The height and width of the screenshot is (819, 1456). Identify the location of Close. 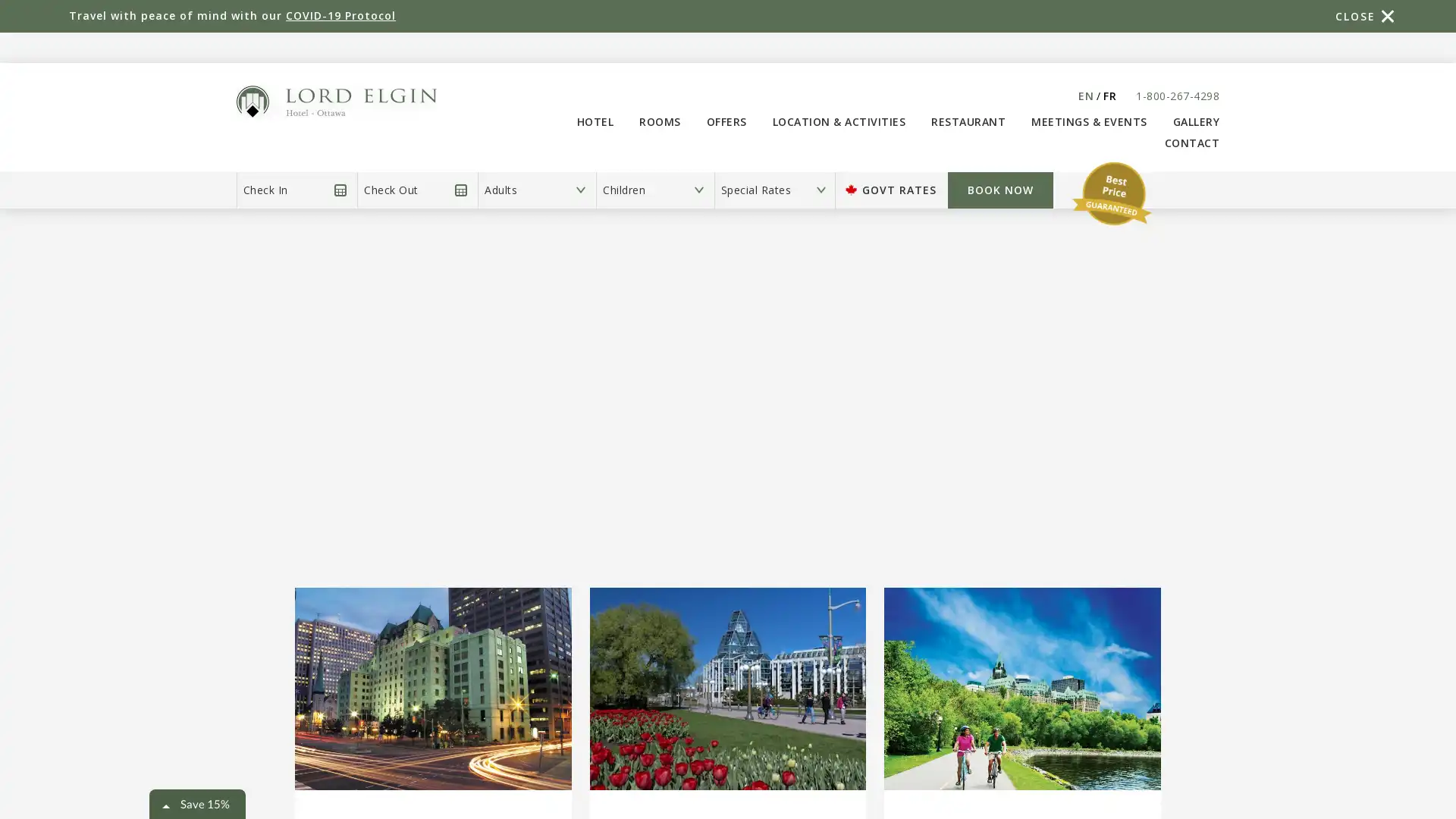
(896, 108).